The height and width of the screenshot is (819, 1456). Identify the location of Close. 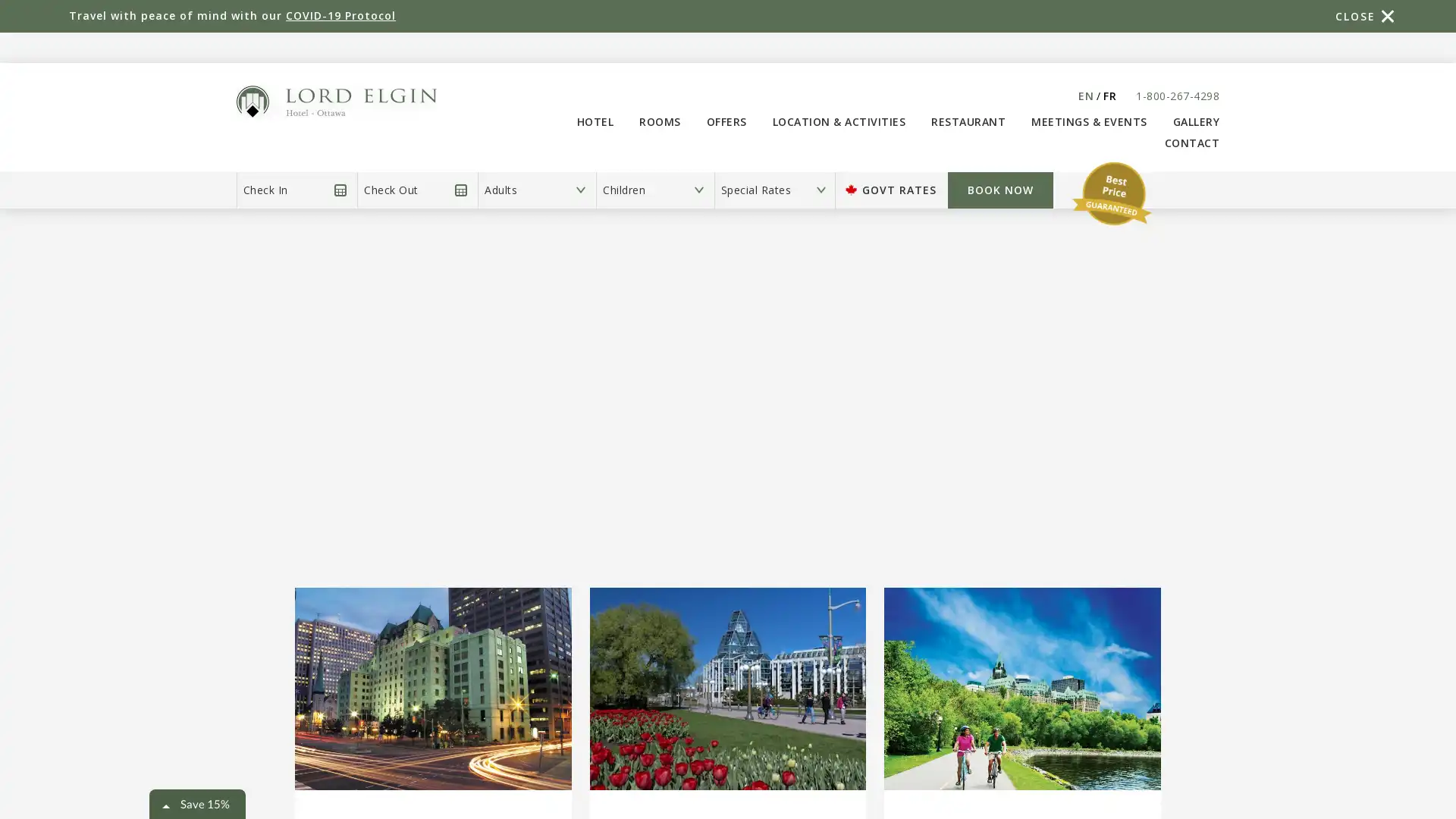
(896, 108).